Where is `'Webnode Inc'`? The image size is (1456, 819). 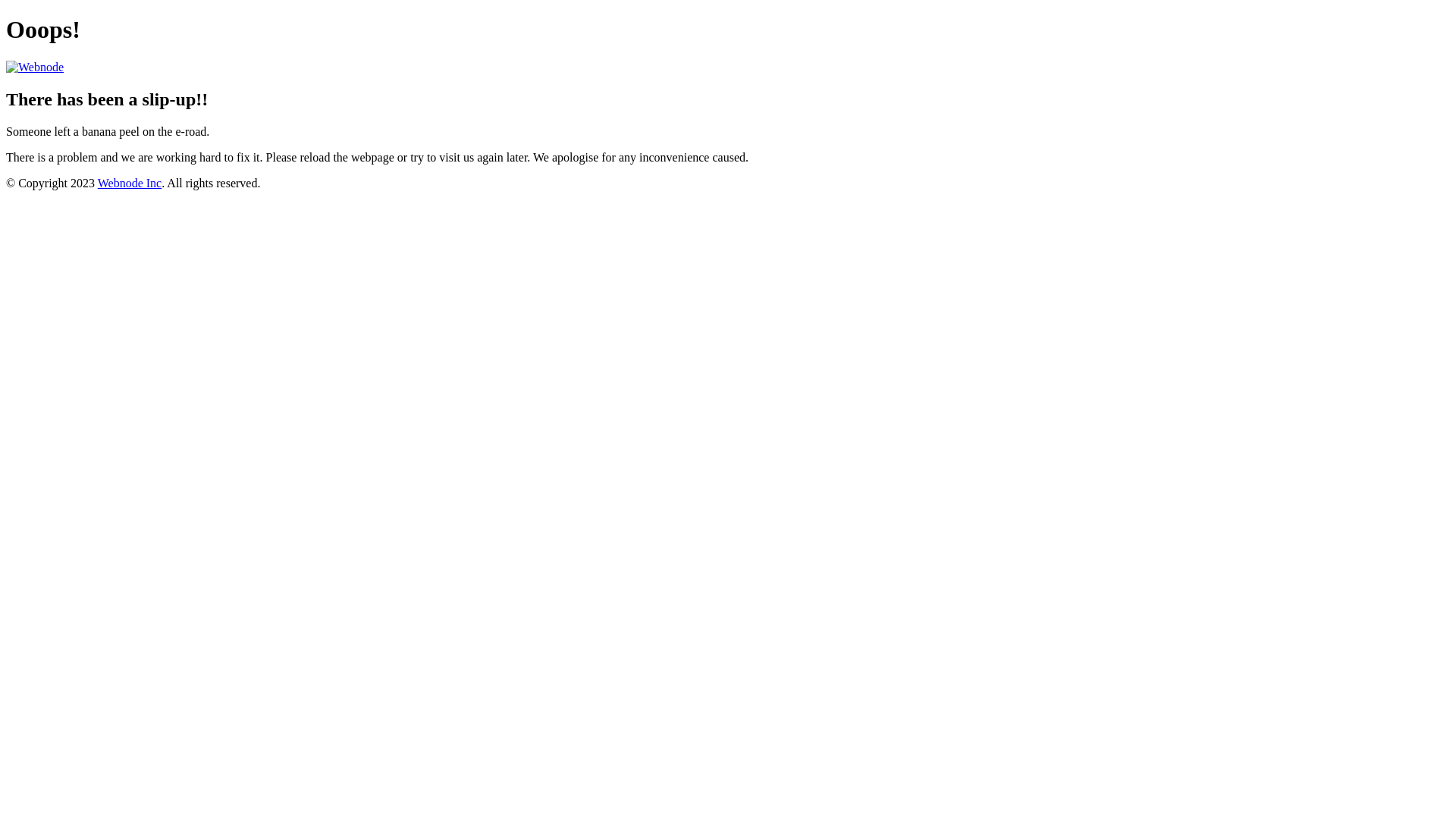
'Webnode Inc' is located at coordinates (97, 182).